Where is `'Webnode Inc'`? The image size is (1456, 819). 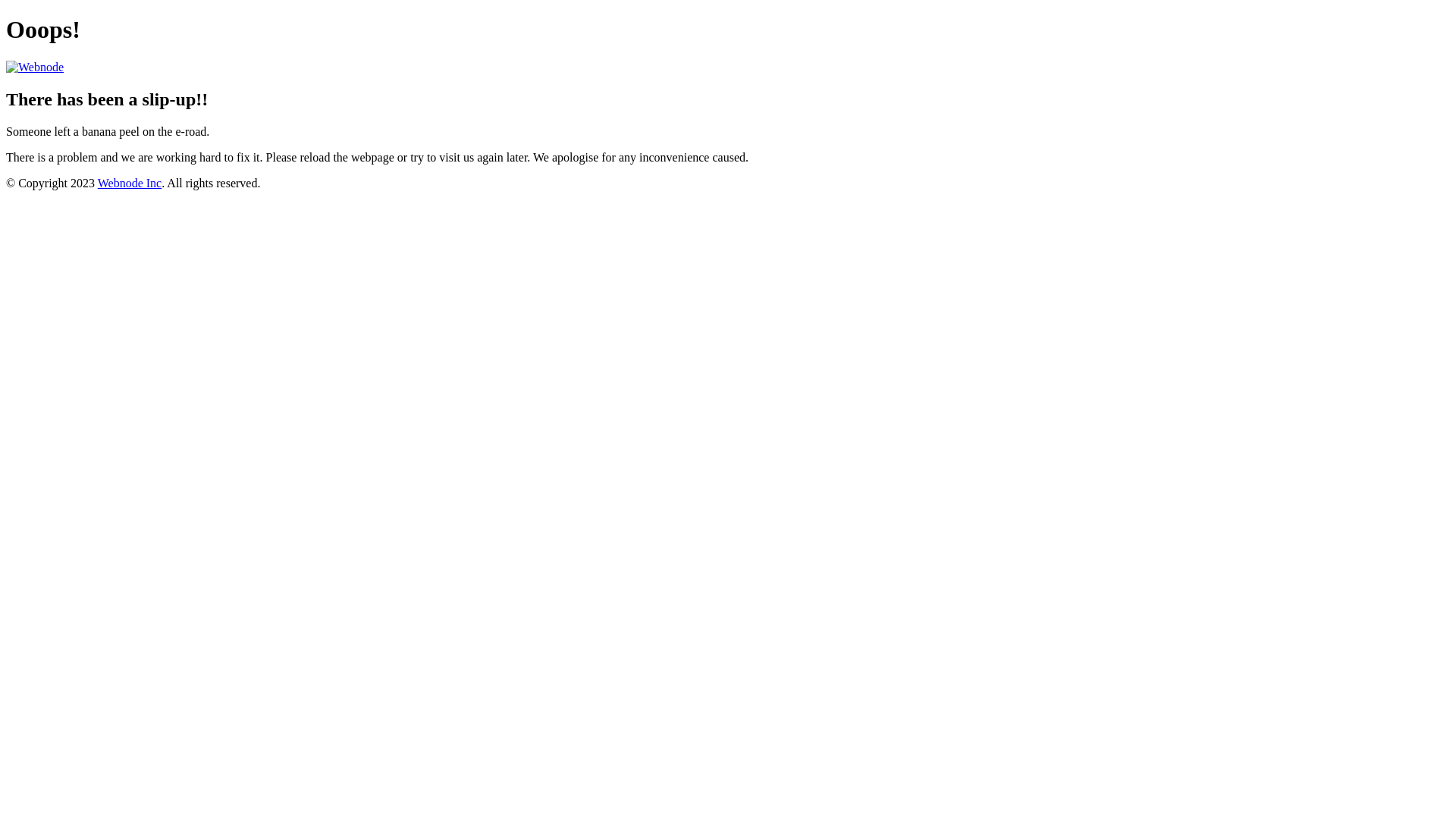
'Webnode Inc' is located at coordinates (97, 182).